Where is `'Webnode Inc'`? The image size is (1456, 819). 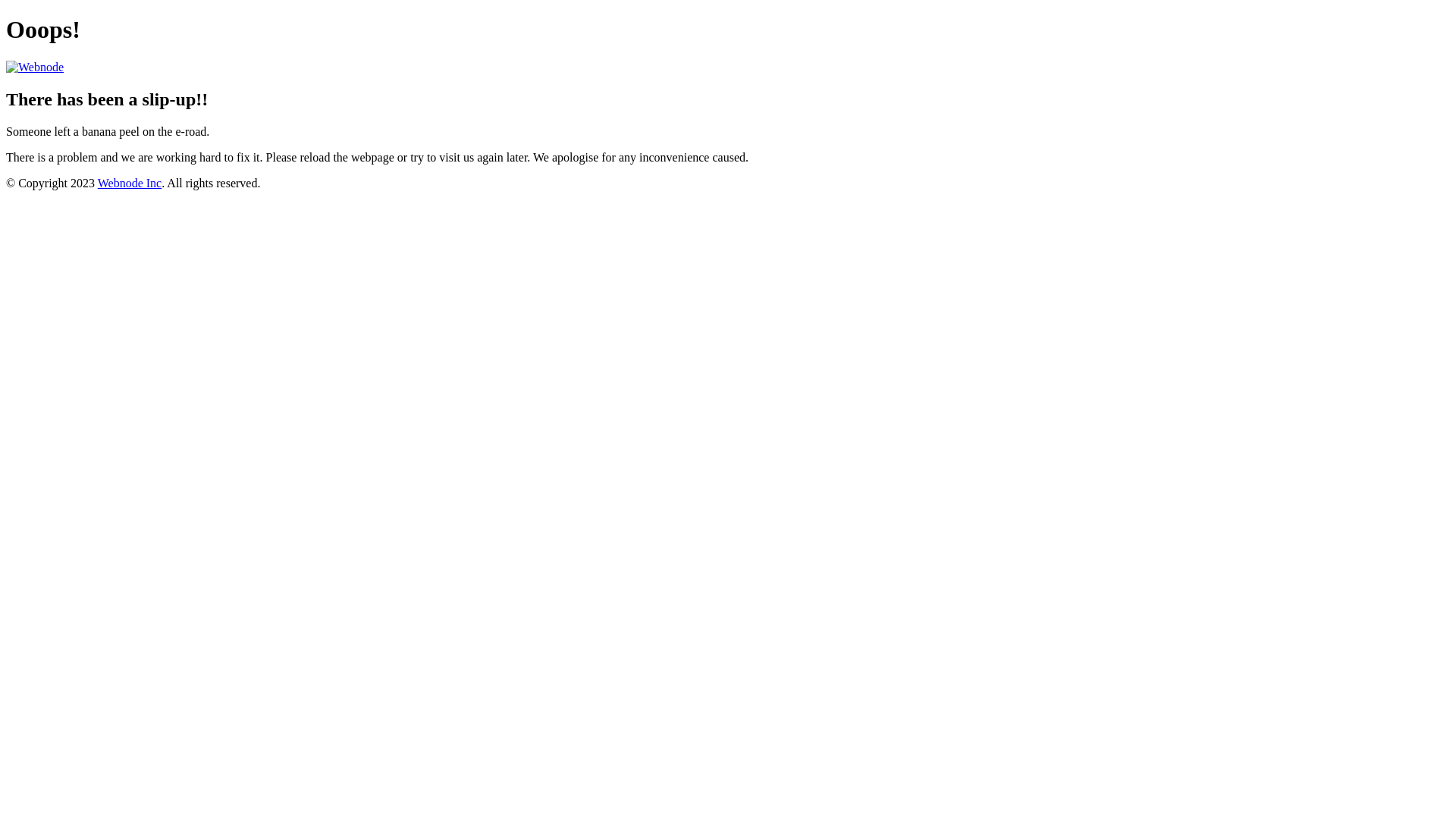
'Webnode Inc' is located at coordinates (97, 182).